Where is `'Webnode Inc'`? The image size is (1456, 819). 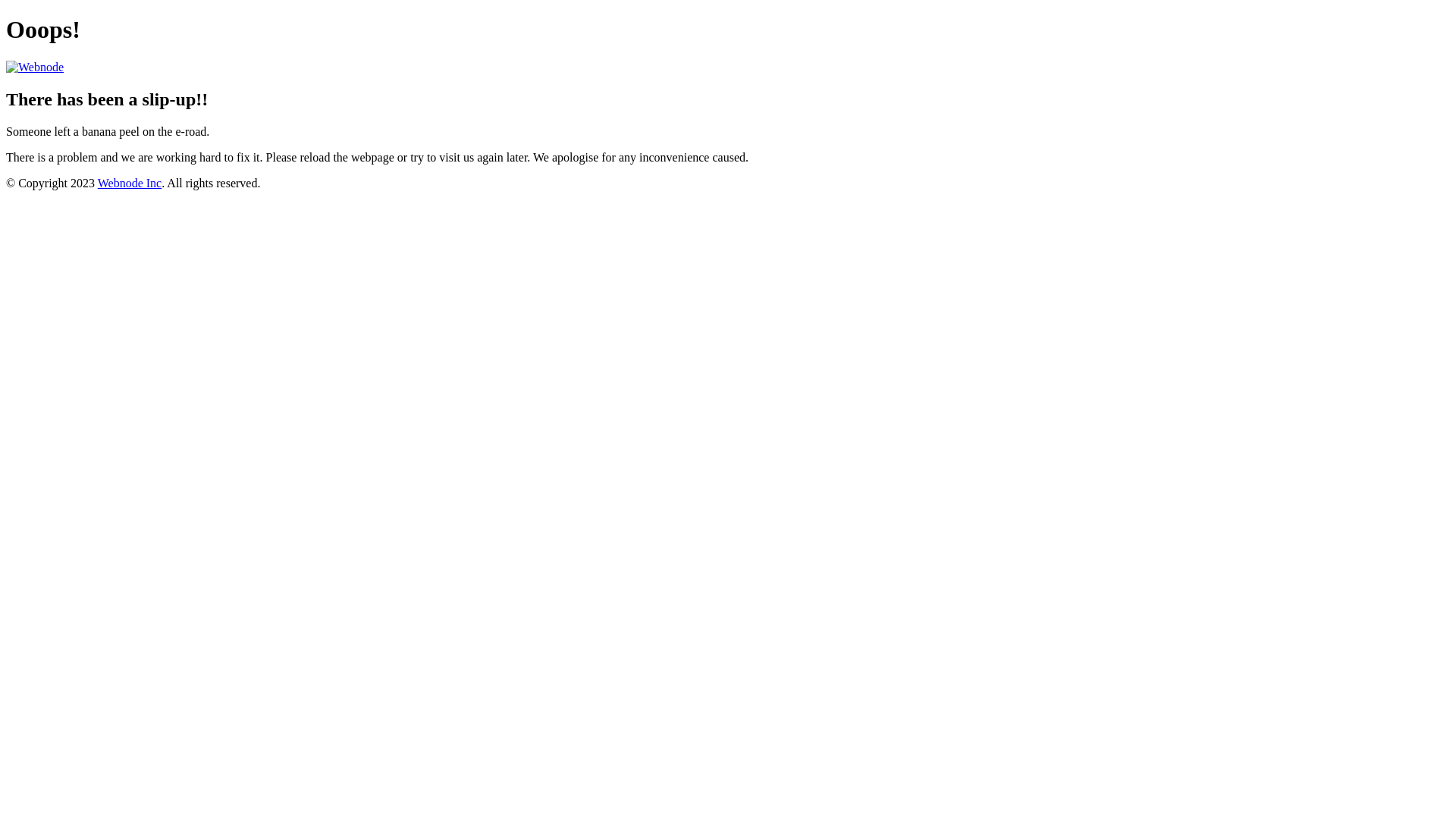
'Webnode Inc' is located at coordinates (97, 182).